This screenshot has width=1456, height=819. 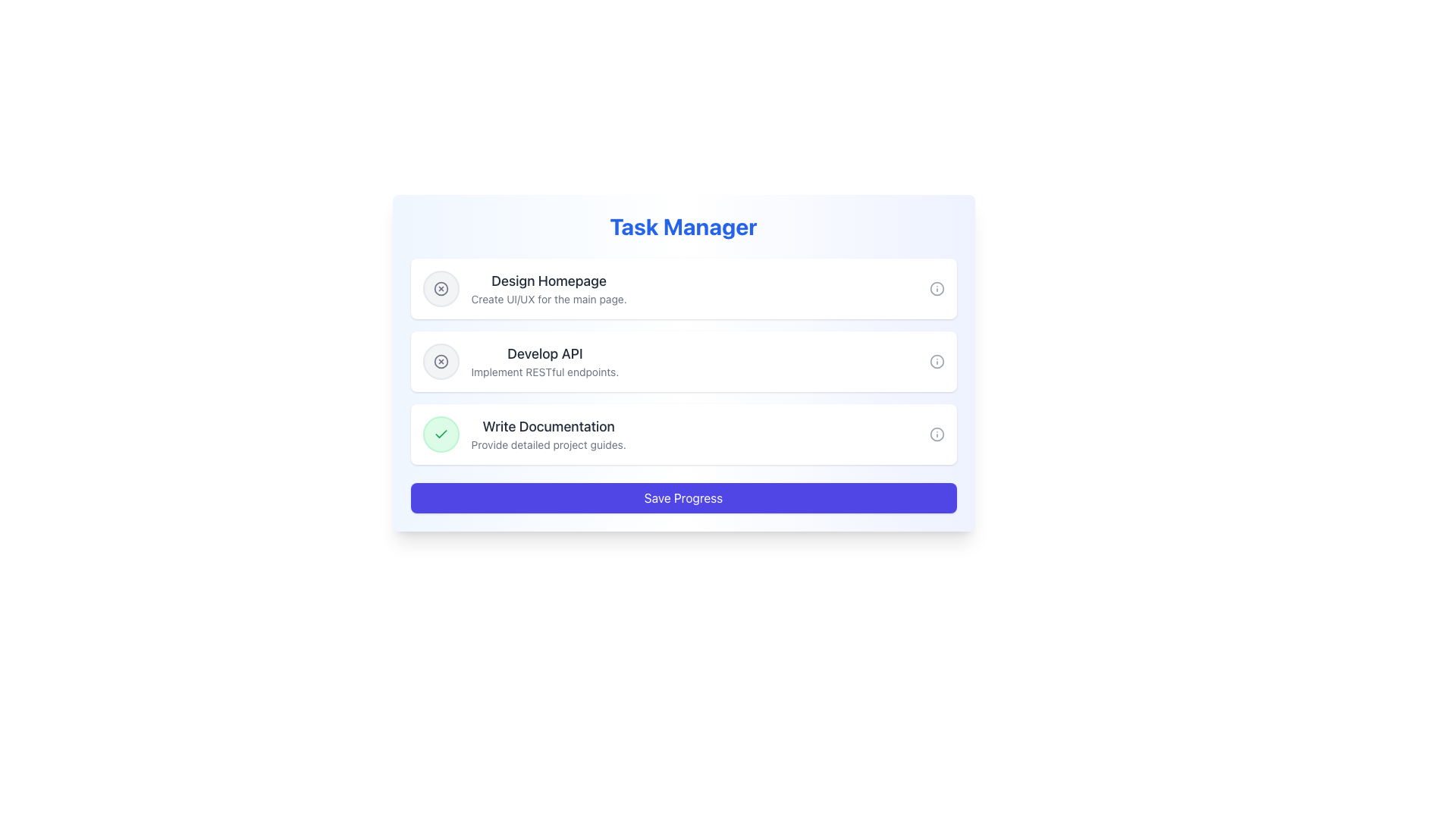 I want to click on the 'Write Documentation' Task Item Display which features a green circular checkmark icon and two lines of text, so click(x=524, y=435).